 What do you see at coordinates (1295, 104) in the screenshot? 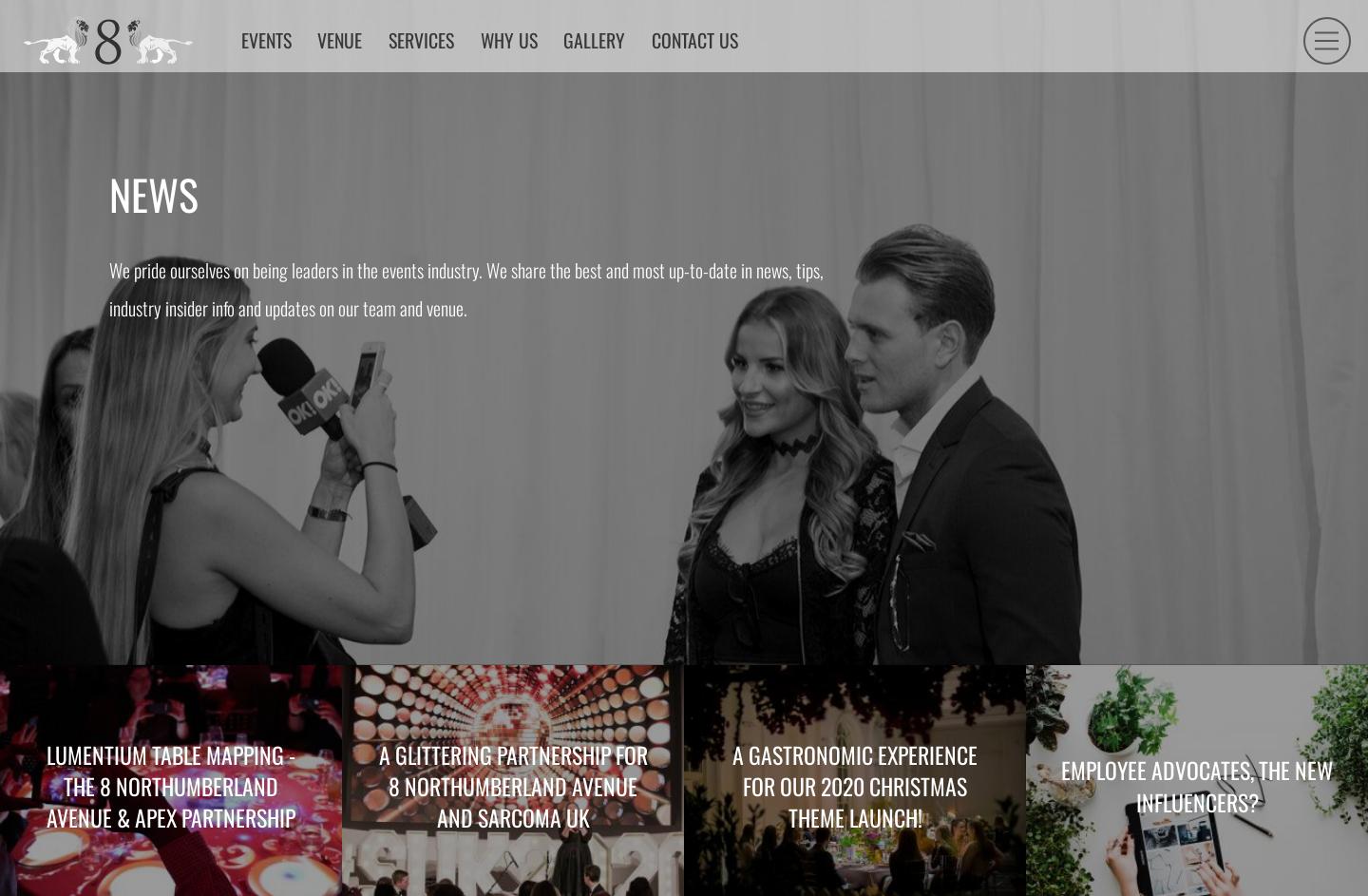
I see `'menu'` at bounding box center [1295, 104].